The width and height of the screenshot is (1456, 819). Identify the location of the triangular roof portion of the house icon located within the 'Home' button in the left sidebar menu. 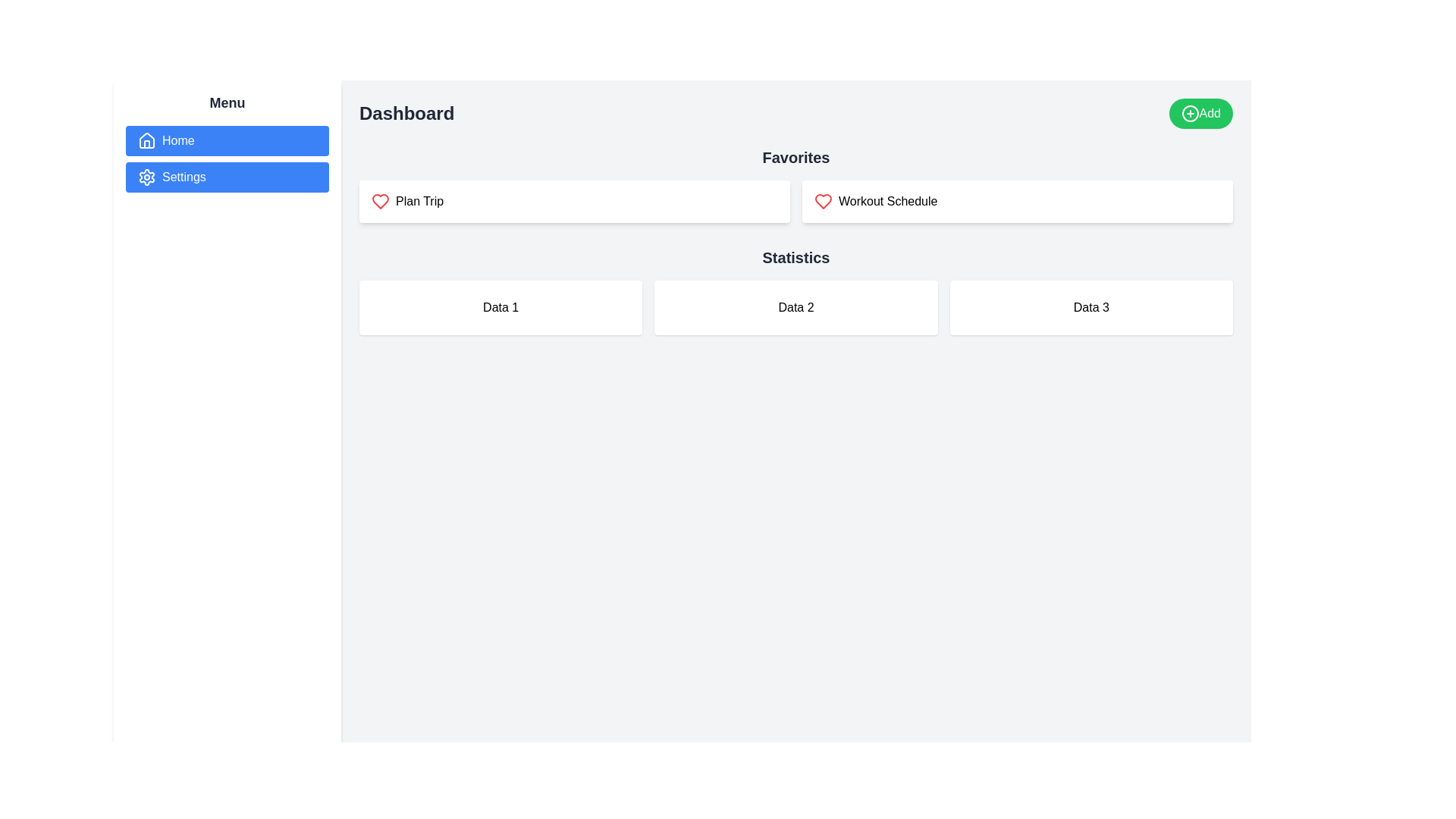
(146, 140).